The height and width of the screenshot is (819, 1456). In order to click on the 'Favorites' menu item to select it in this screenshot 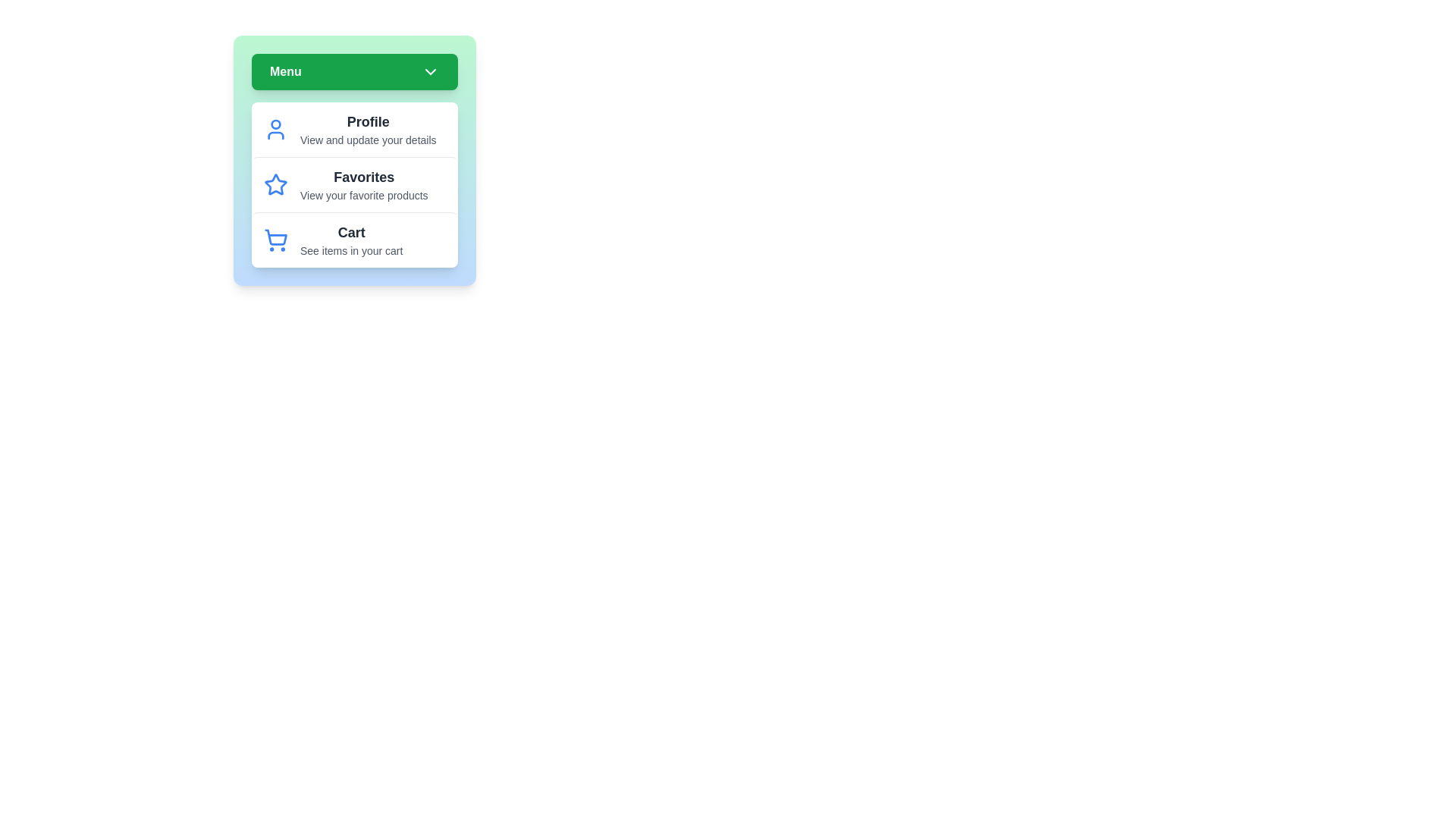, I will do `click(353, 184)`.